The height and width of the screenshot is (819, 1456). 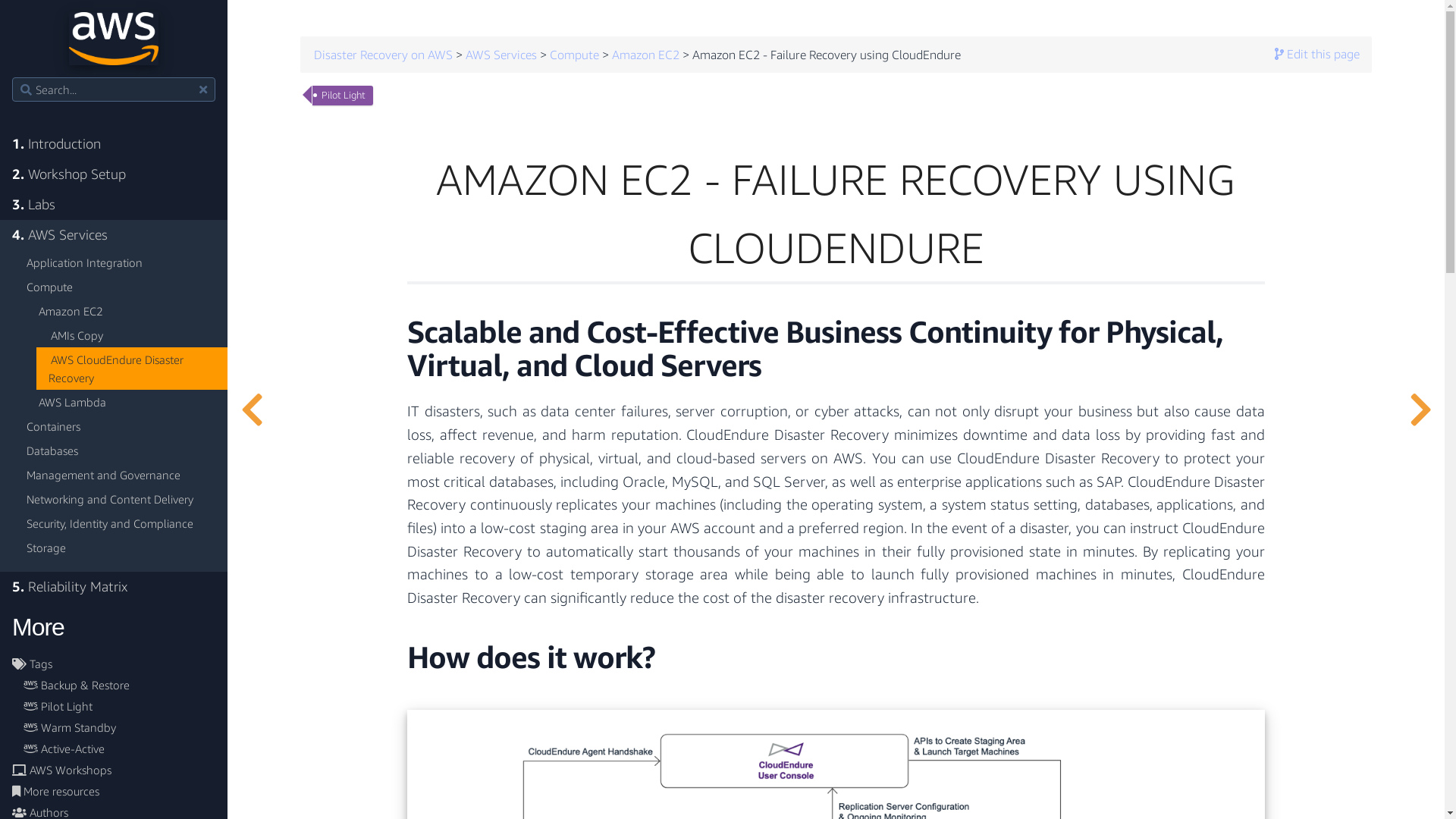 What do you see at coordinates (126, 400) in the screenshot?
I see `'AWS Lambda'` at bounding box center [126, 400].